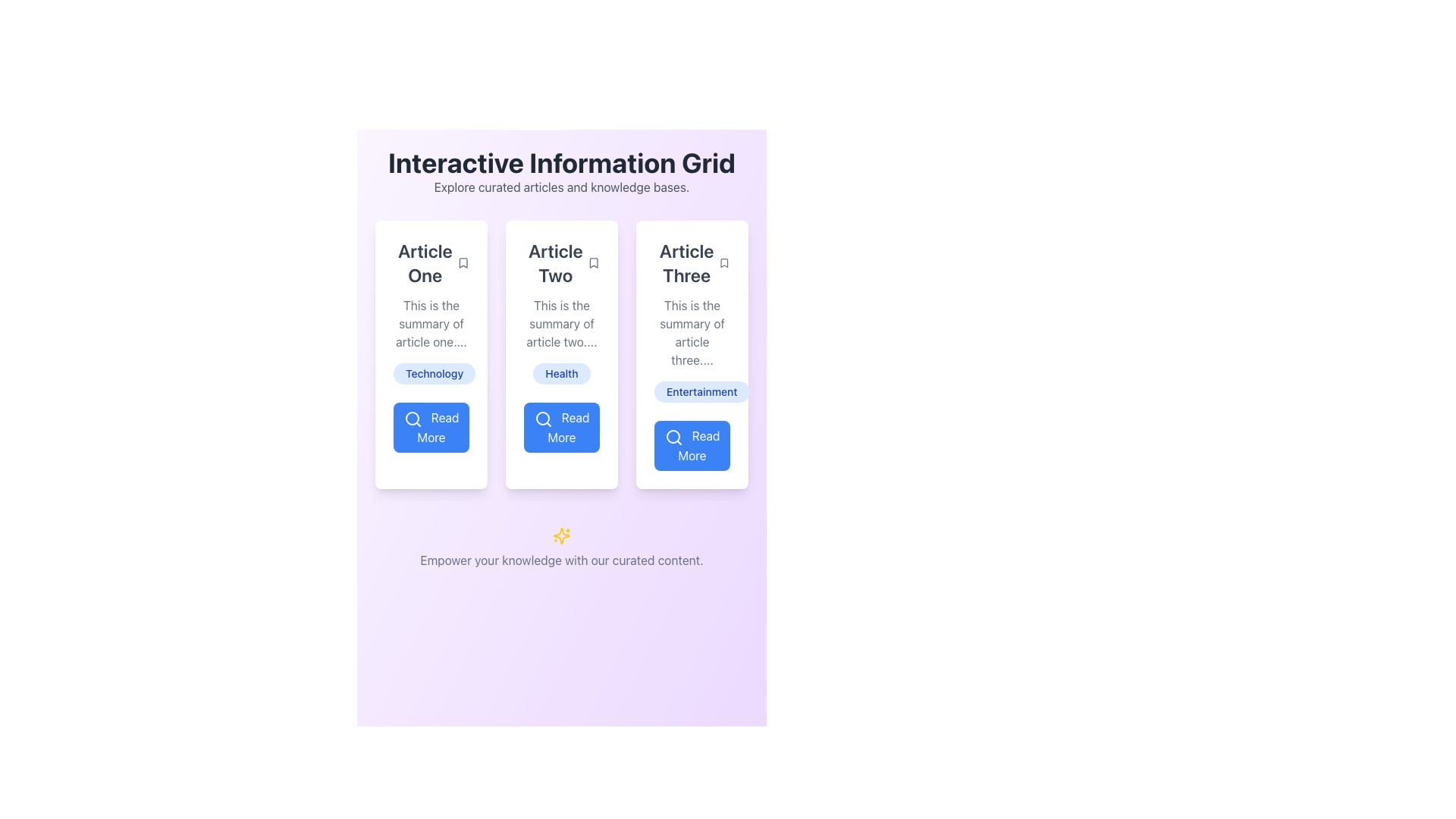 The image size is (1456, 819). I want to click on the 'Health' label element, which is a distinctly styled tag with a rounded blue background and bolded blue text, located below the summary of 'Article Two', so click(560, 374).